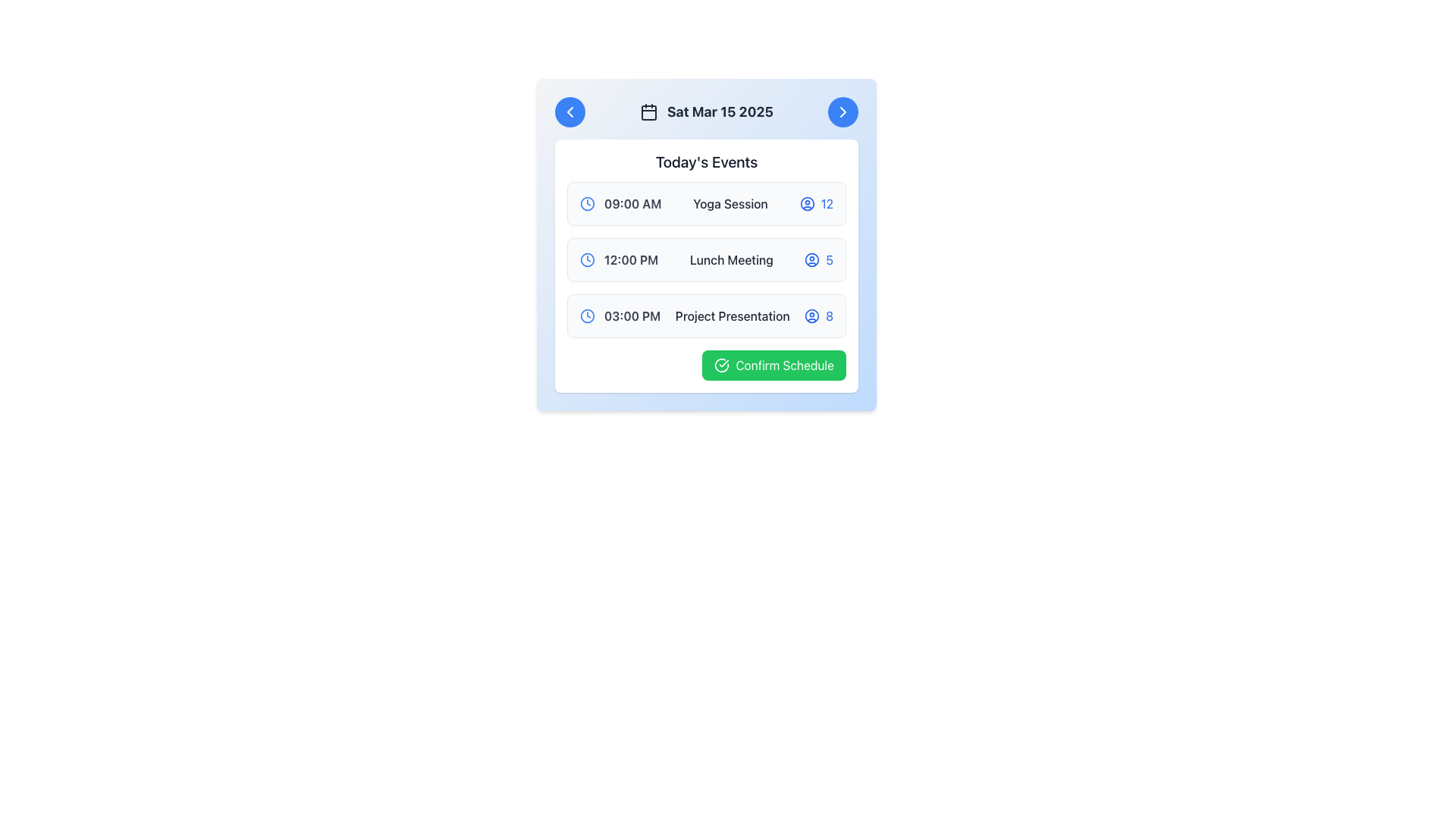  Describe the element at coordinates (721, 366) in the screenshot. I see `confirmation icon located to the left of the 'Confirm Schedule' button, which visually enhances the button by conveying confirmation or approval` at that location.